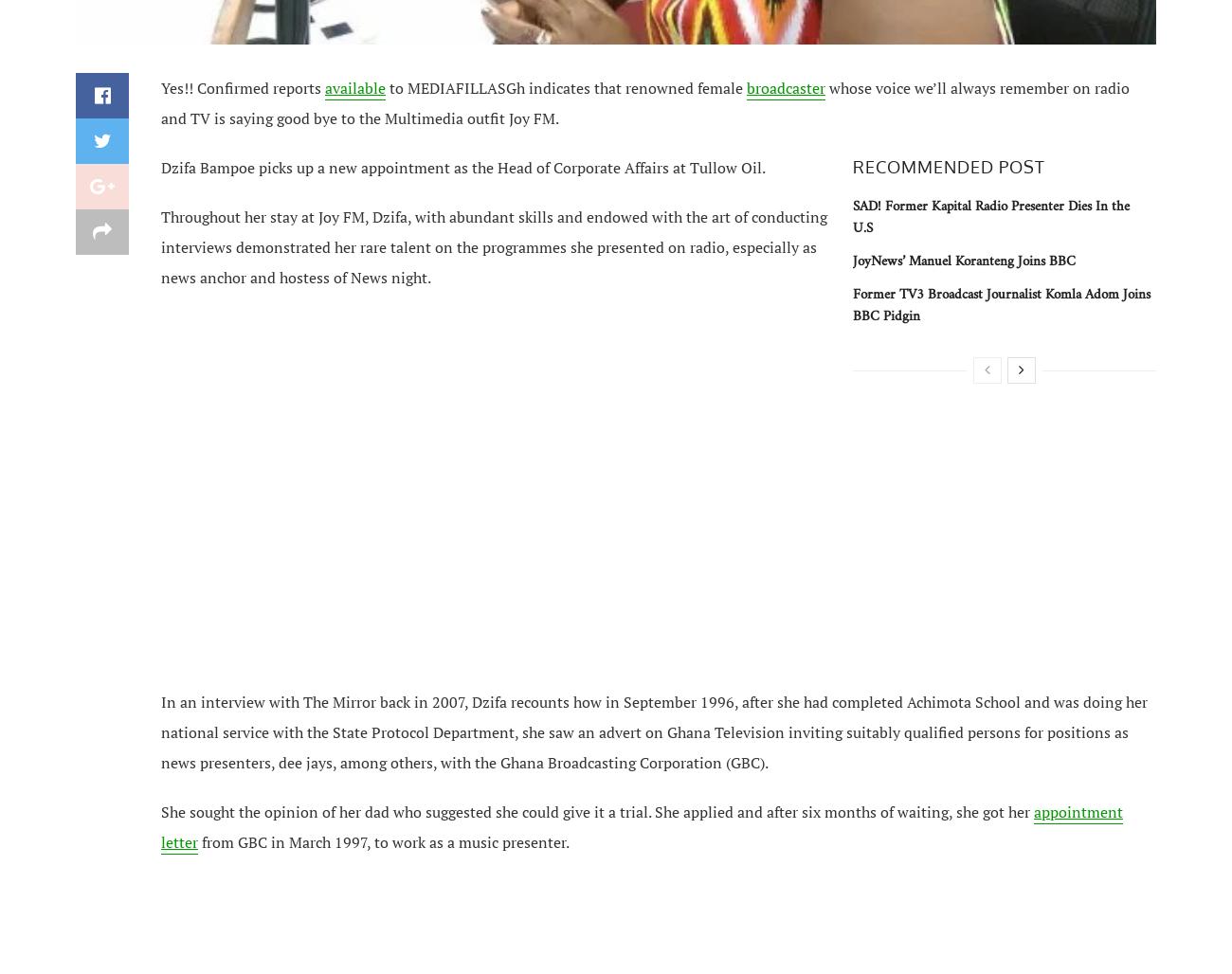 The image size is (1232, 974). I want to click on 'to MEDIAFILLASGh indicates that renowned female', so click(566, 86).